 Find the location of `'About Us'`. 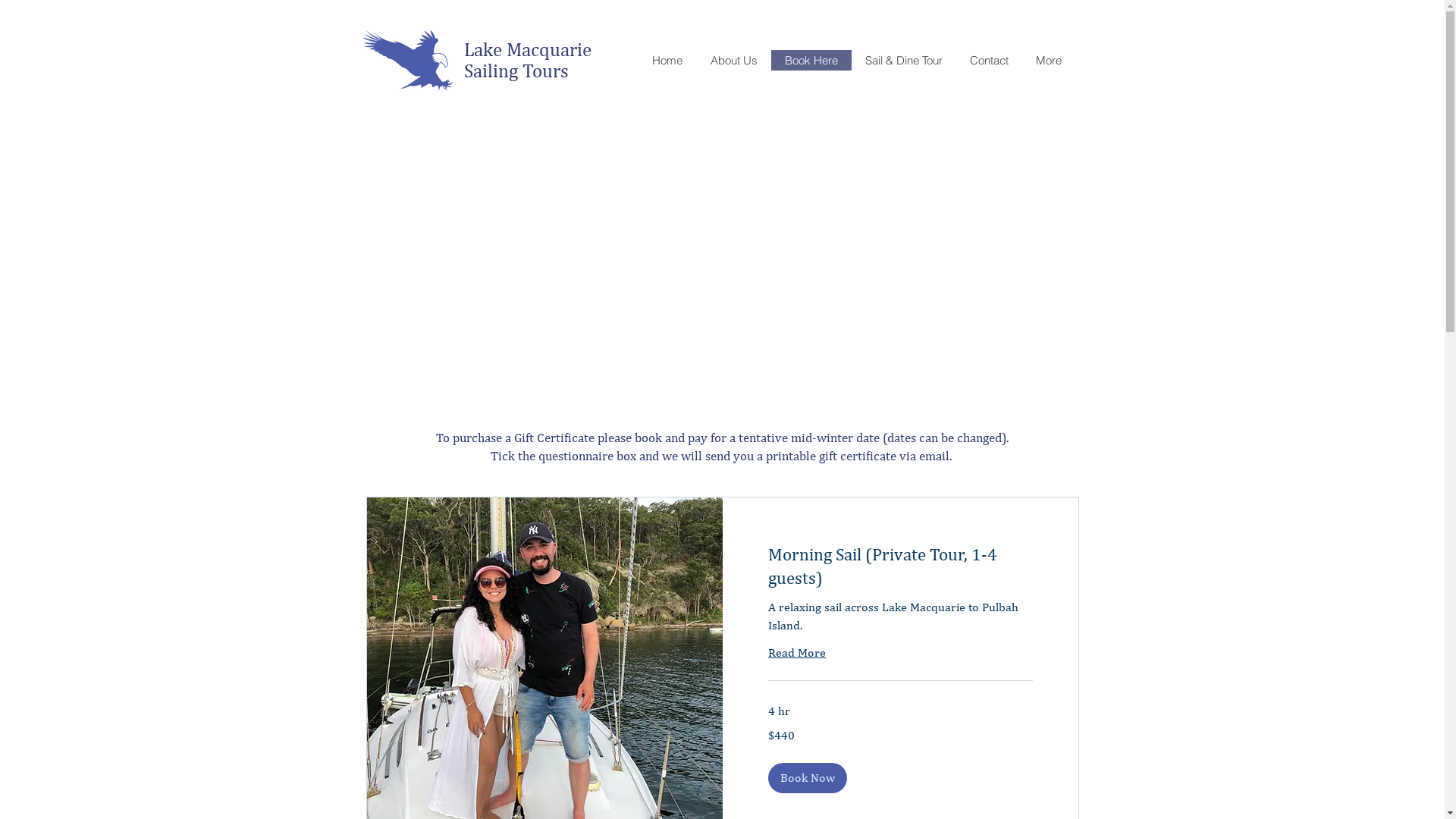

'About Us' is located at coordinates (733, 59).